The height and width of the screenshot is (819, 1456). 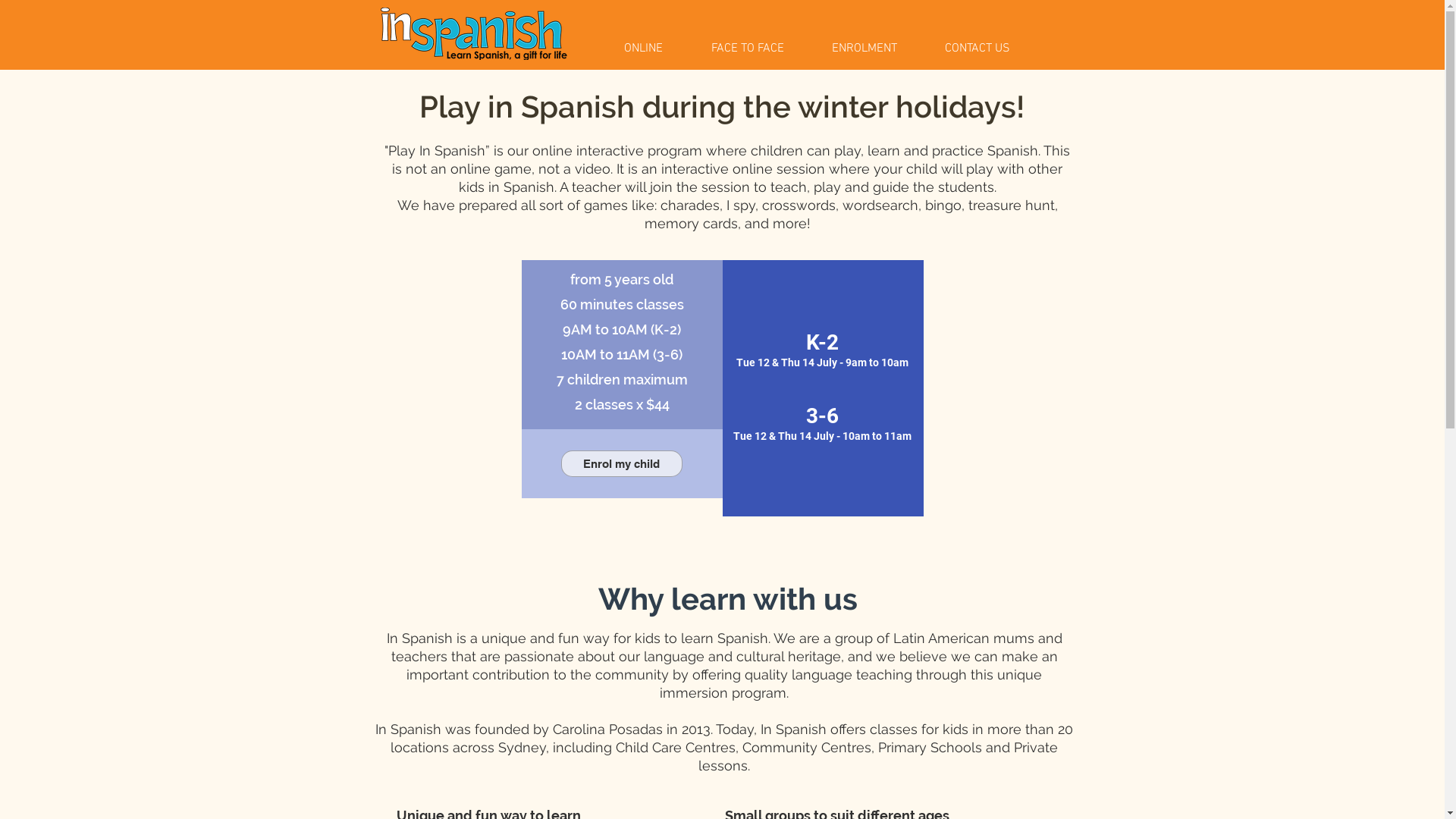 I want to click on 'ENROLMENT', so click(x=877, y=48).